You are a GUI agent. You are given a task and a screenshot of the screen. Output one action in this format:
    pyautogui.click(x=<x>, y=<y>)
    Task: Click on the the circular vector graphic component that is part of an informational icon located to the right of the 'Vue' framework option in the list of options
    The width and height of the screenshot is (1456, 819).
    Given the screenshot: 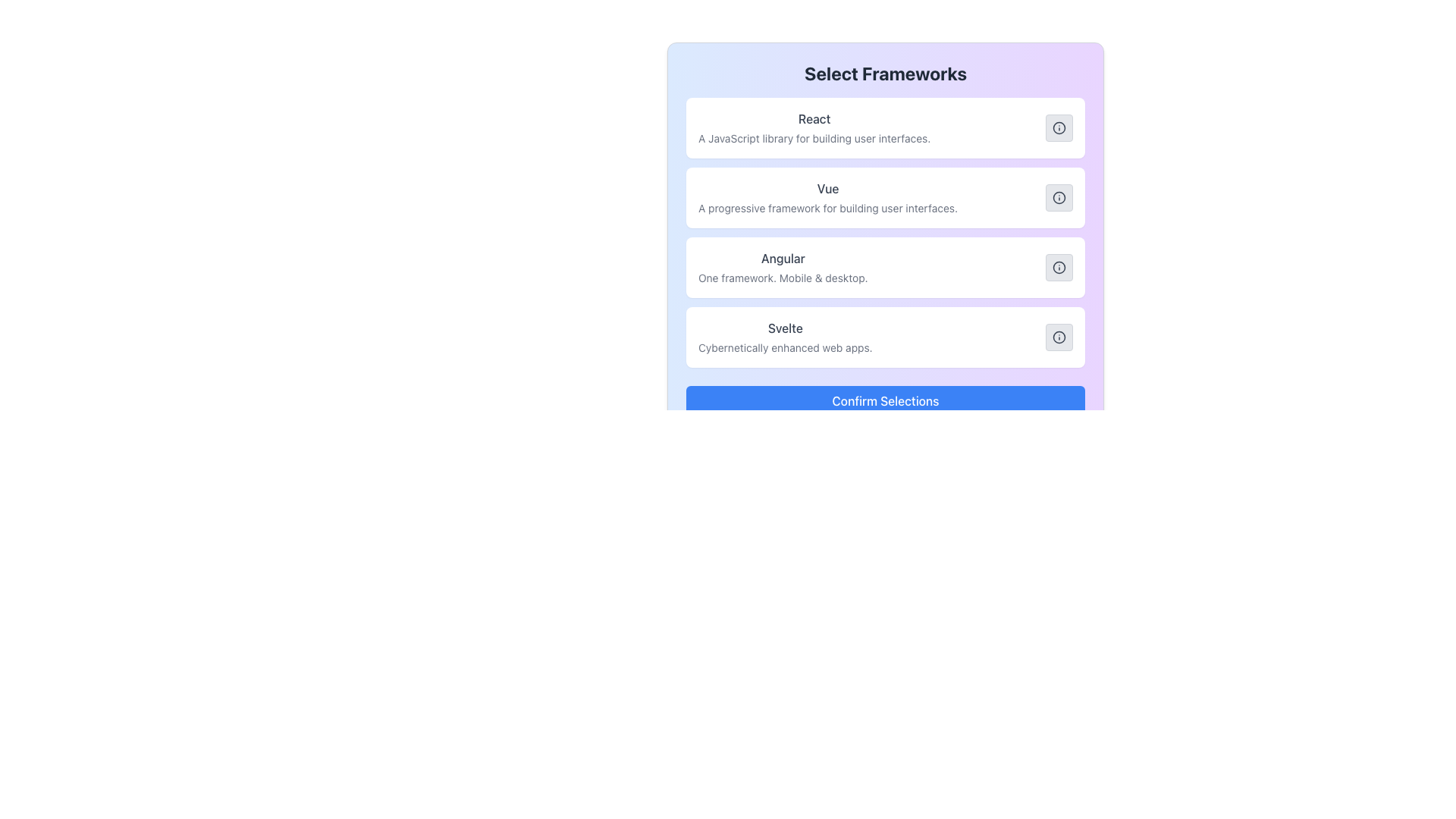 What is the action you would take?
    pyautogui.click(x=1058, y=197)
    